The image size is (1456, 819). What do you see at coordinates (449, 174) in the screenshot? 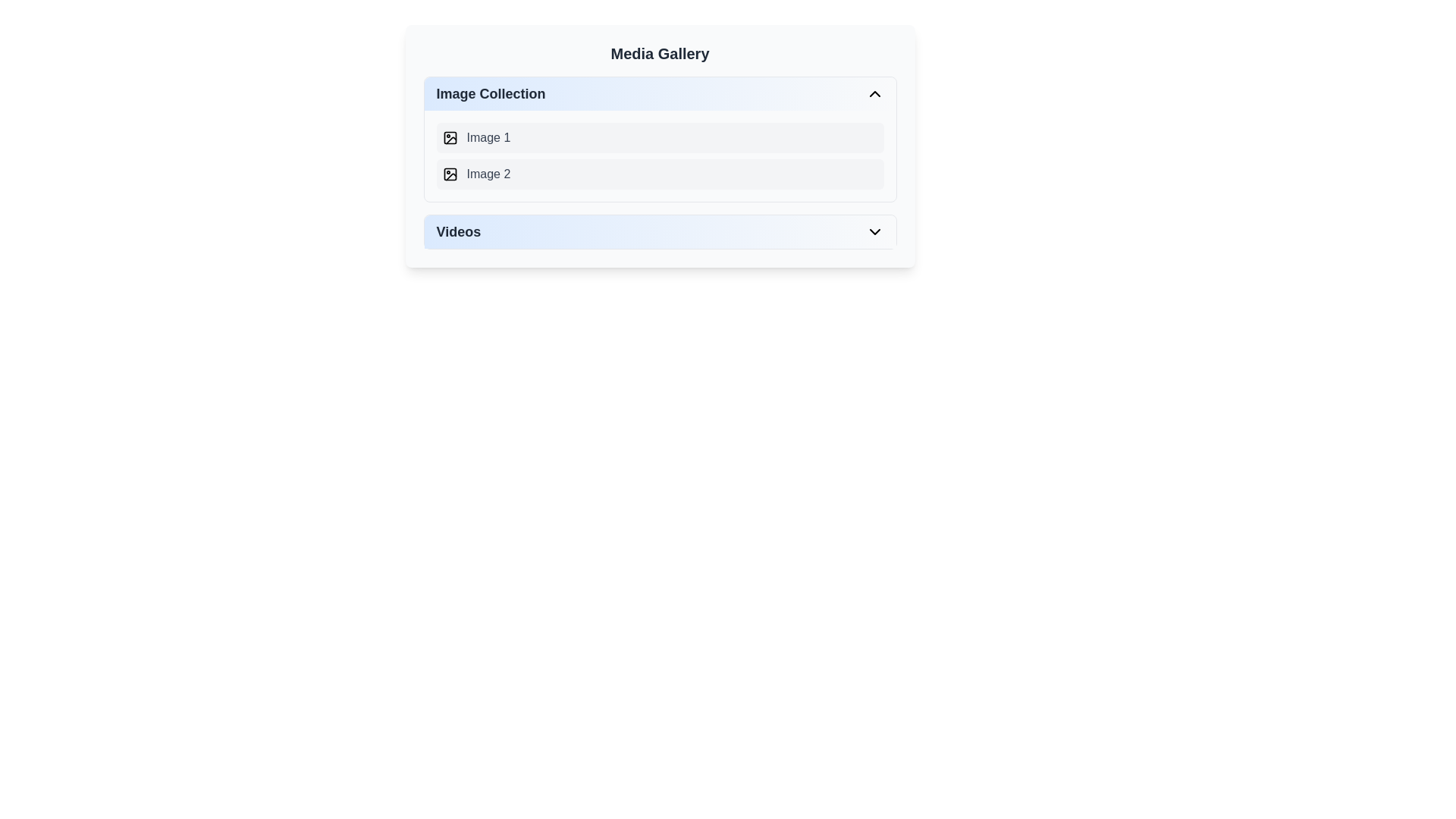
I see `the rounded rectangle representing 'Image 2' in the 'Image Collection' section` at bounding box center [449, 174].